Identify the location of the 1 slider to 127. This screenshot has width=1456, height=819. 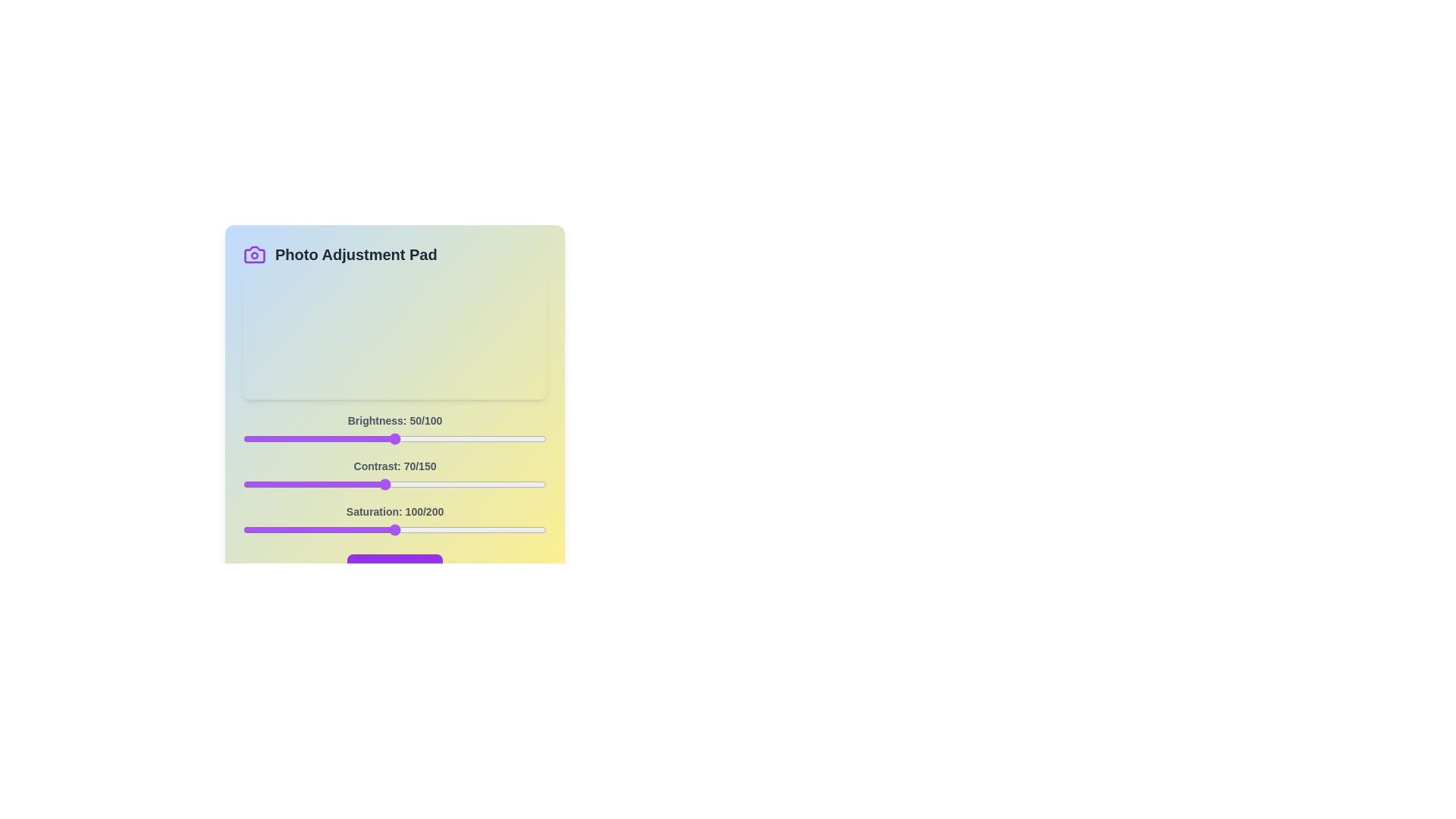
(500, 485).